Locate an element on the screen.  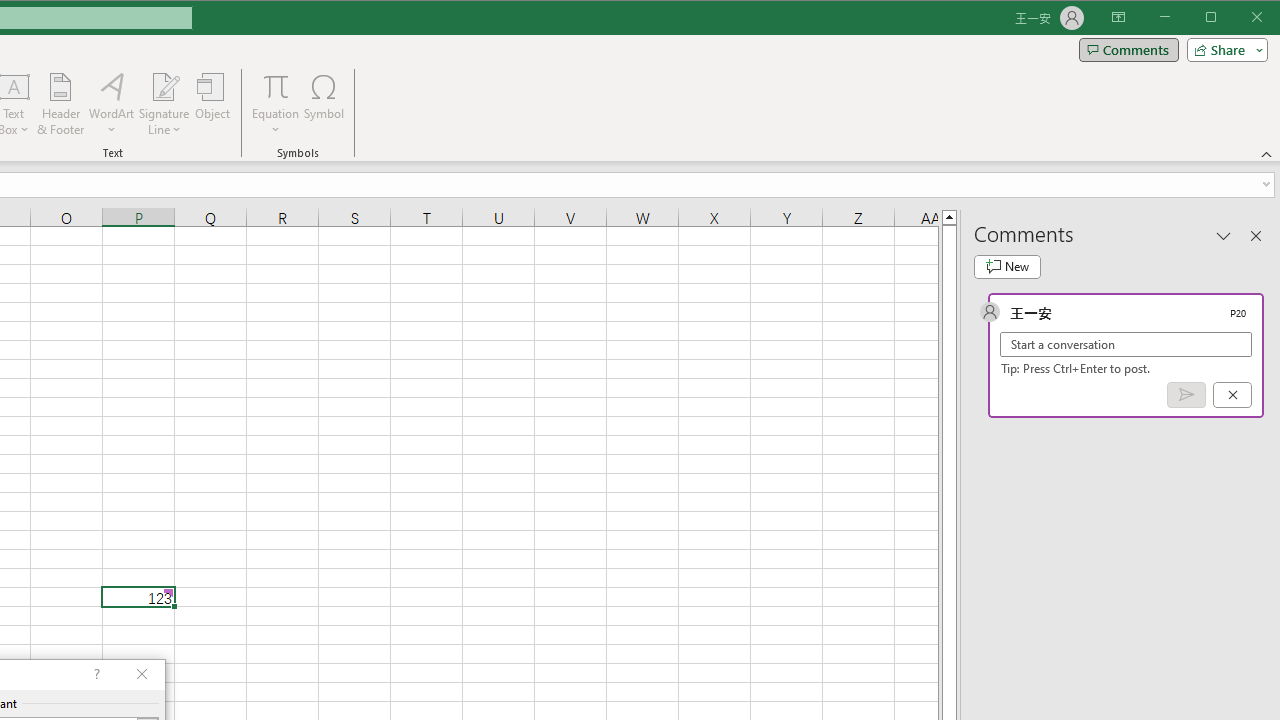
'Symbol...' is located at coordinates (324, 104).